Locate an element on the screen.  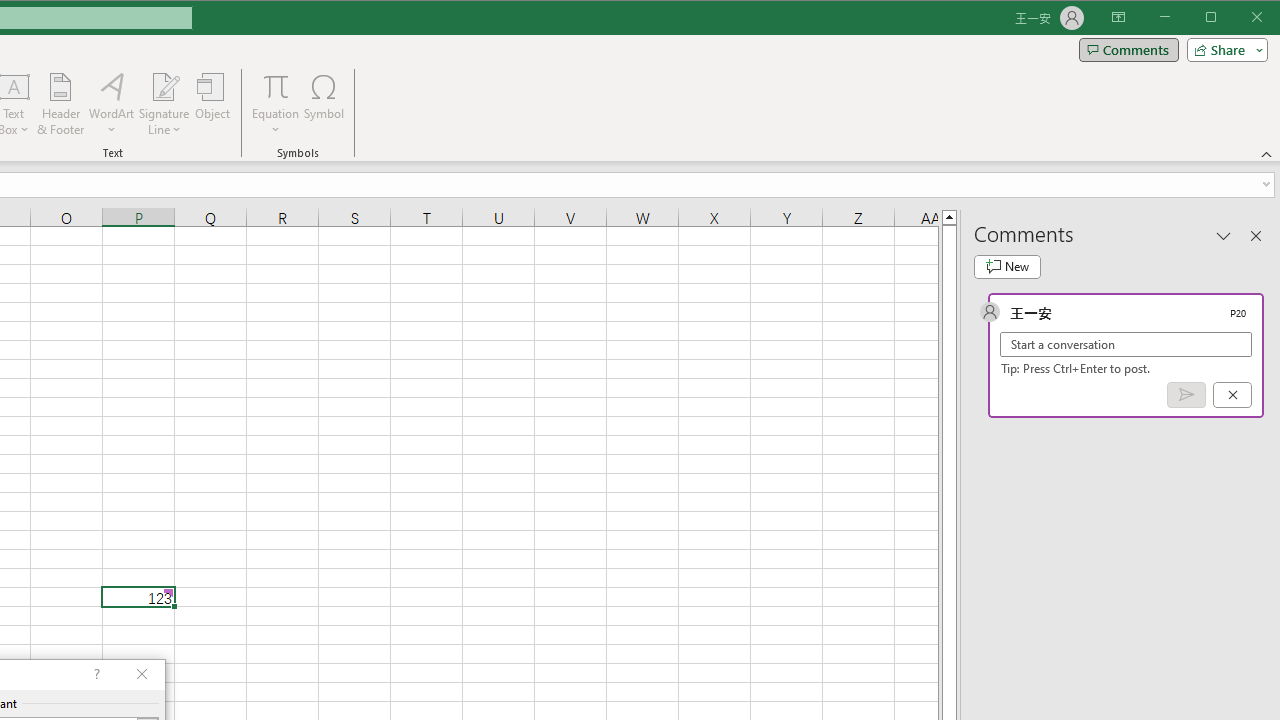
'Symbol...' is located at coordinates (324, 104).